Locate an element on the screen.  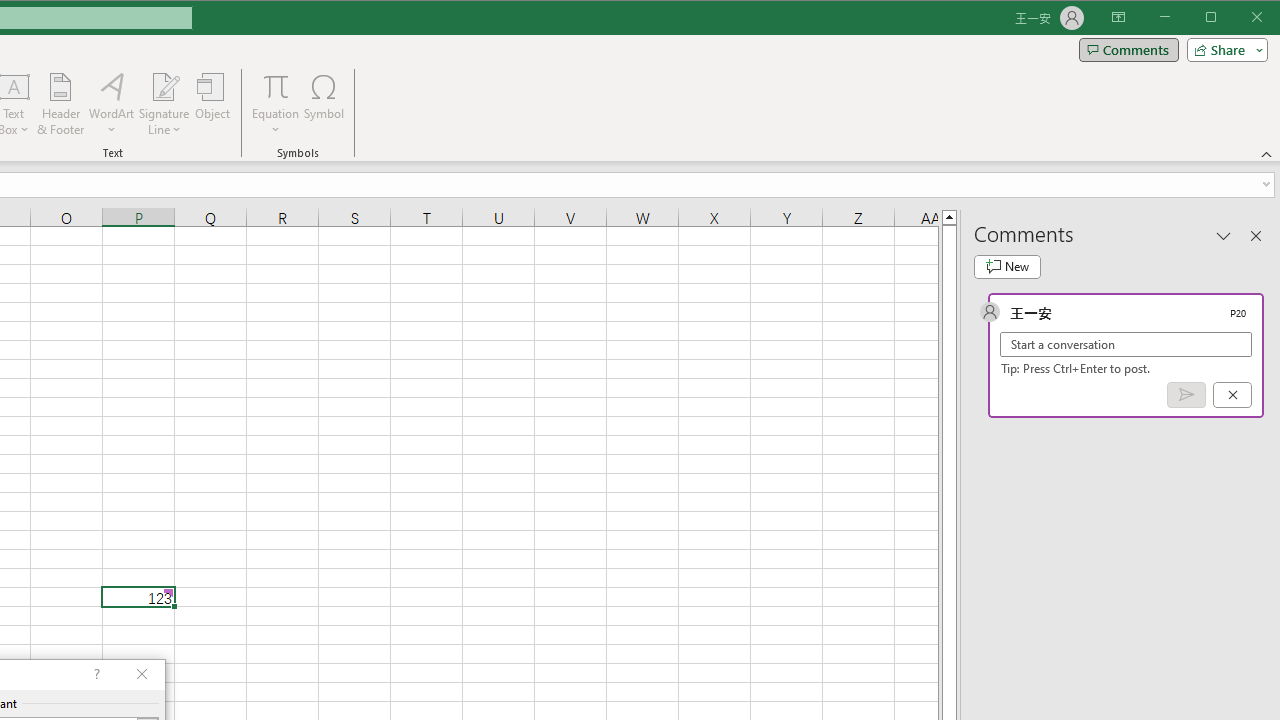
'Symbol...' is located at coordinates (324, 104).